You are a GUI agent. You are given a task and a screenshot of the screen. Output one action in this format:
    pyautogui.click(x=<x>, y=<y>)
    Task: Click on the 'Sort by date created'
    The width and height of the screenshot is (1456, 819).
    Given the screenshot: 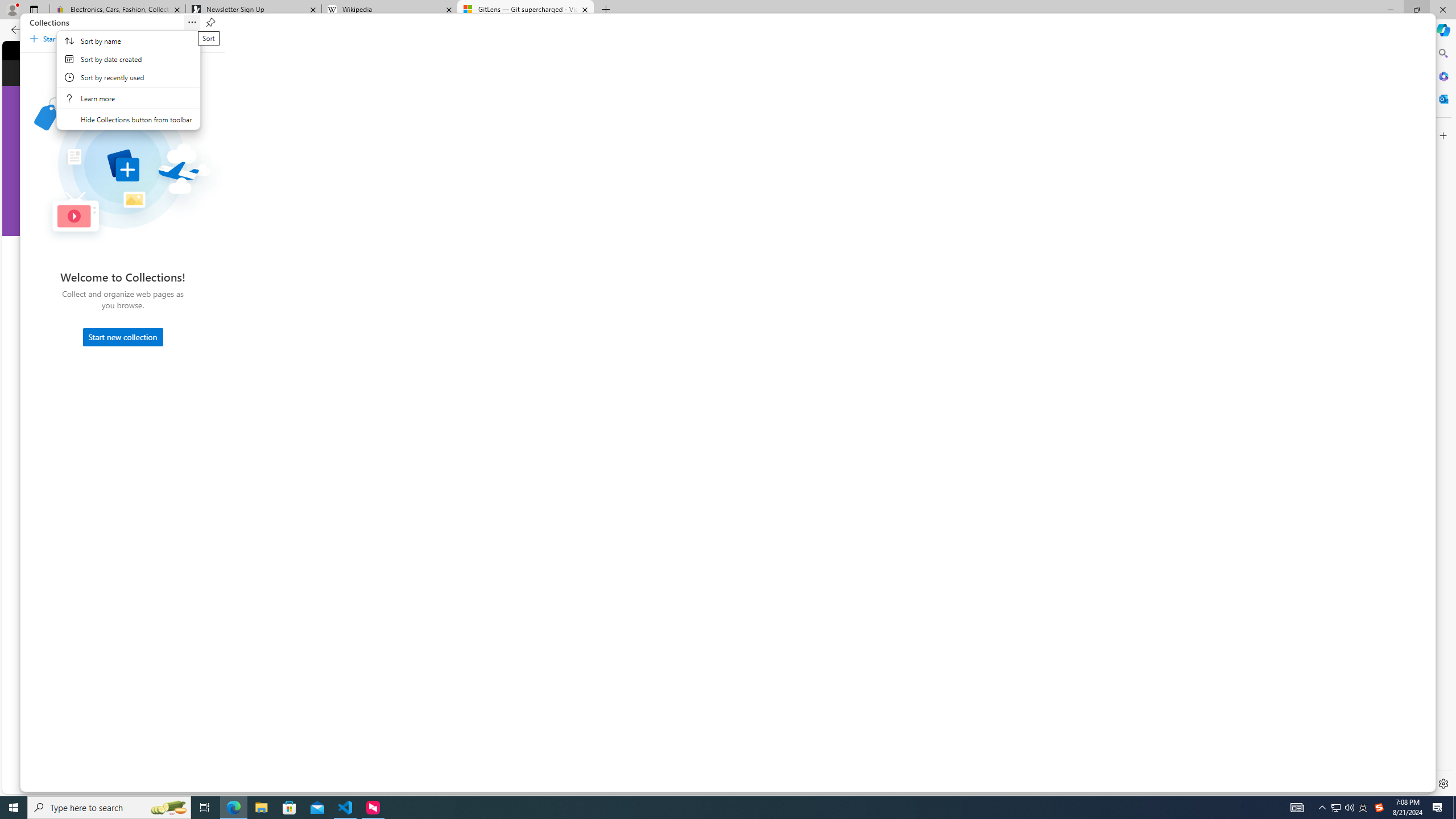 What is the action you would take?
    pyautogui.click(x=128, y=59)
    